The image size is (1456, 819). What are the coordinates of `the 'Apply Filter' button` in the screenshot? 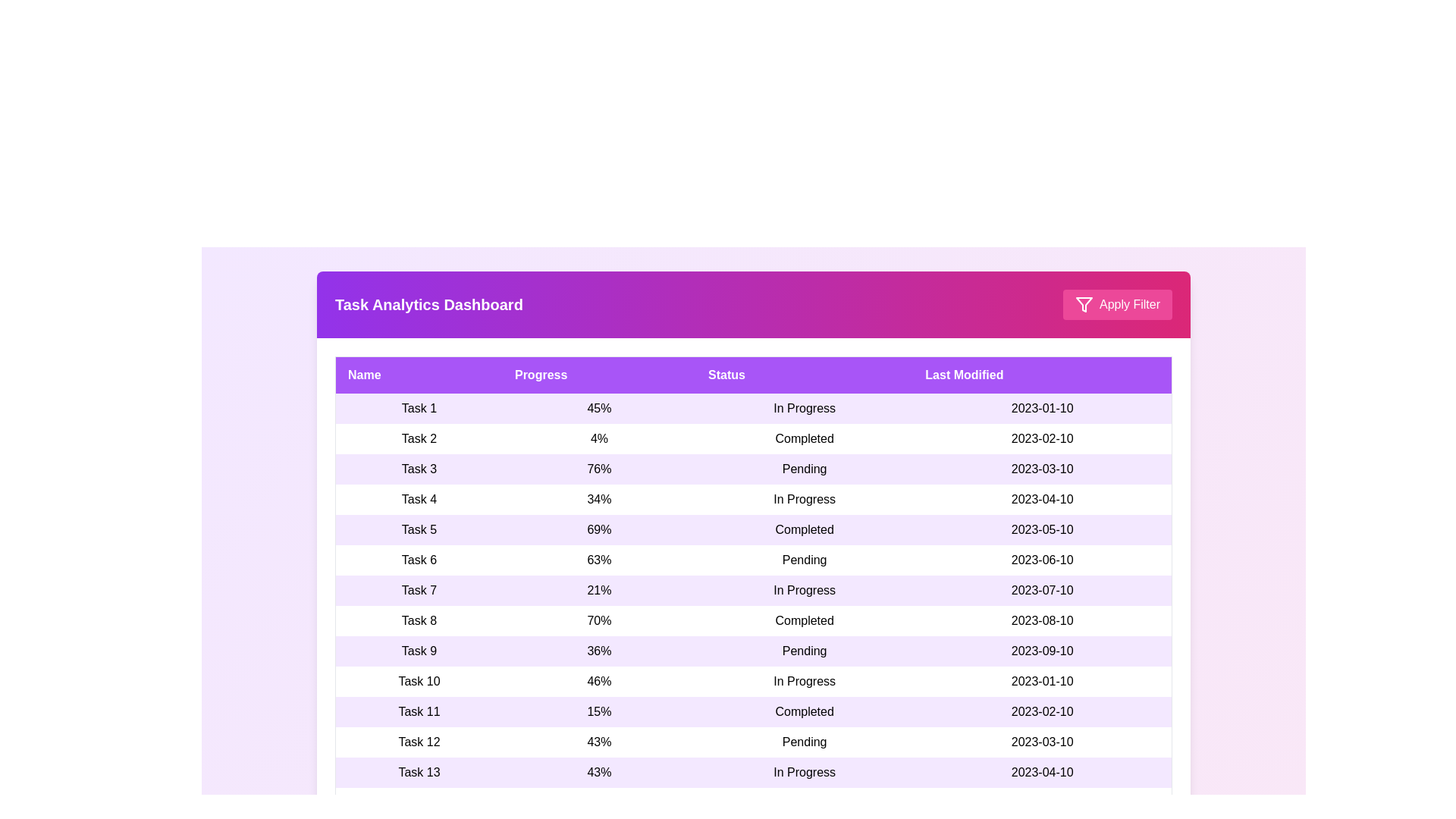 It's located at (1117, 304).